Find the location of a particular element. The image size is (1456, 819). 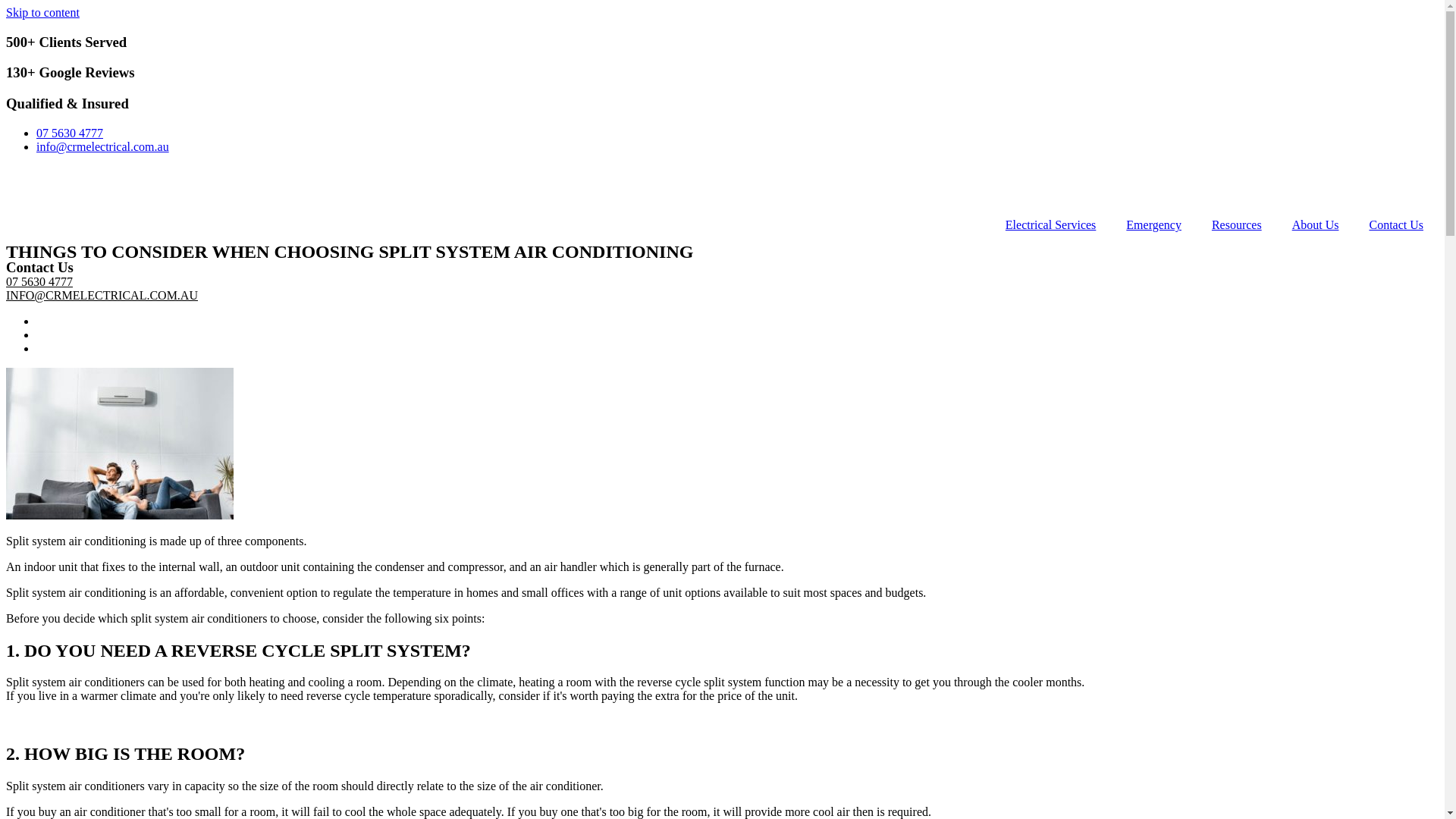

'Emergency' is located at coordinates (1153, 225).